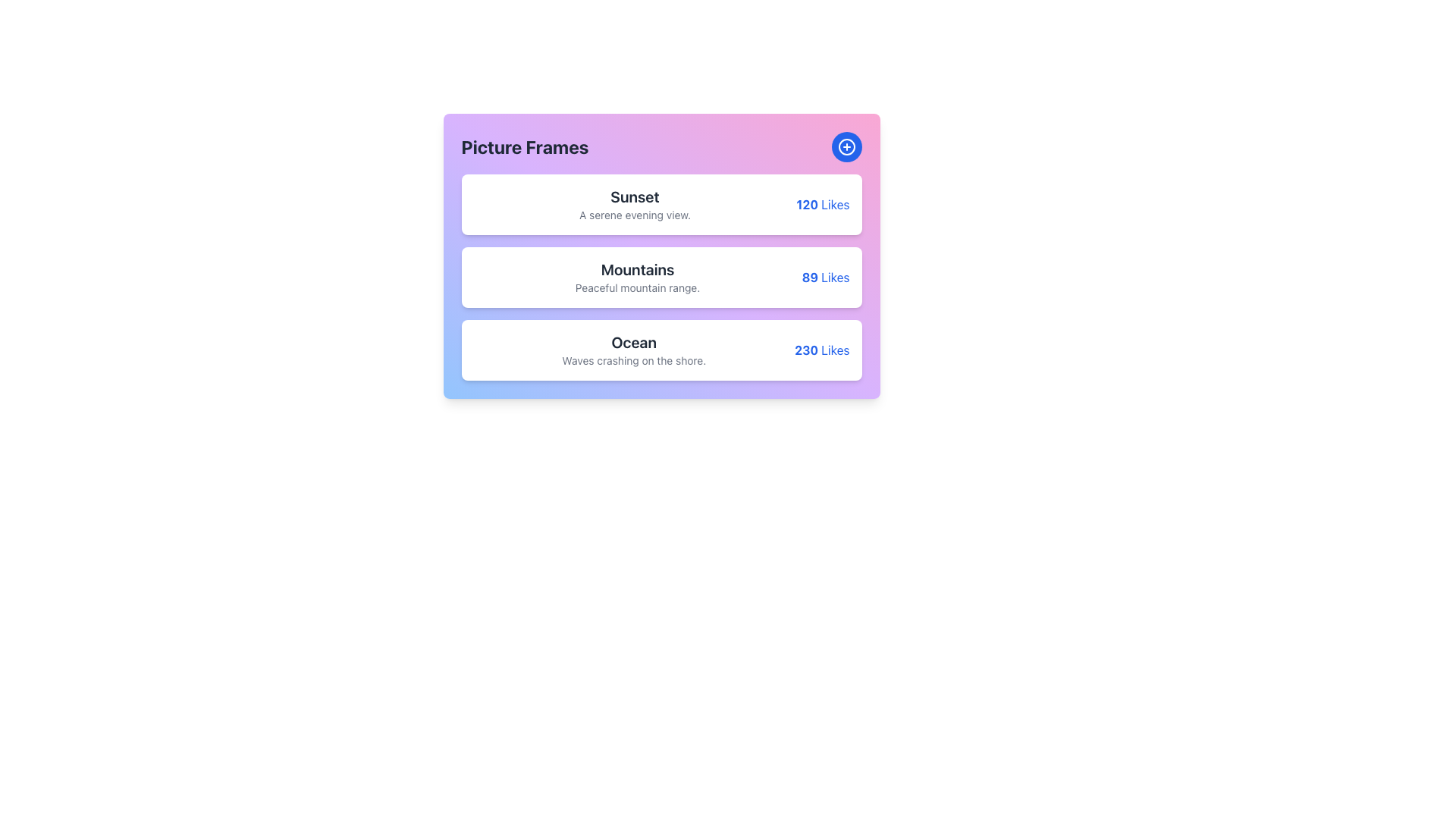 The width and height of the screenshot is (1456, 819). I want to click on the 'Mountains' card, so click(661, 256).